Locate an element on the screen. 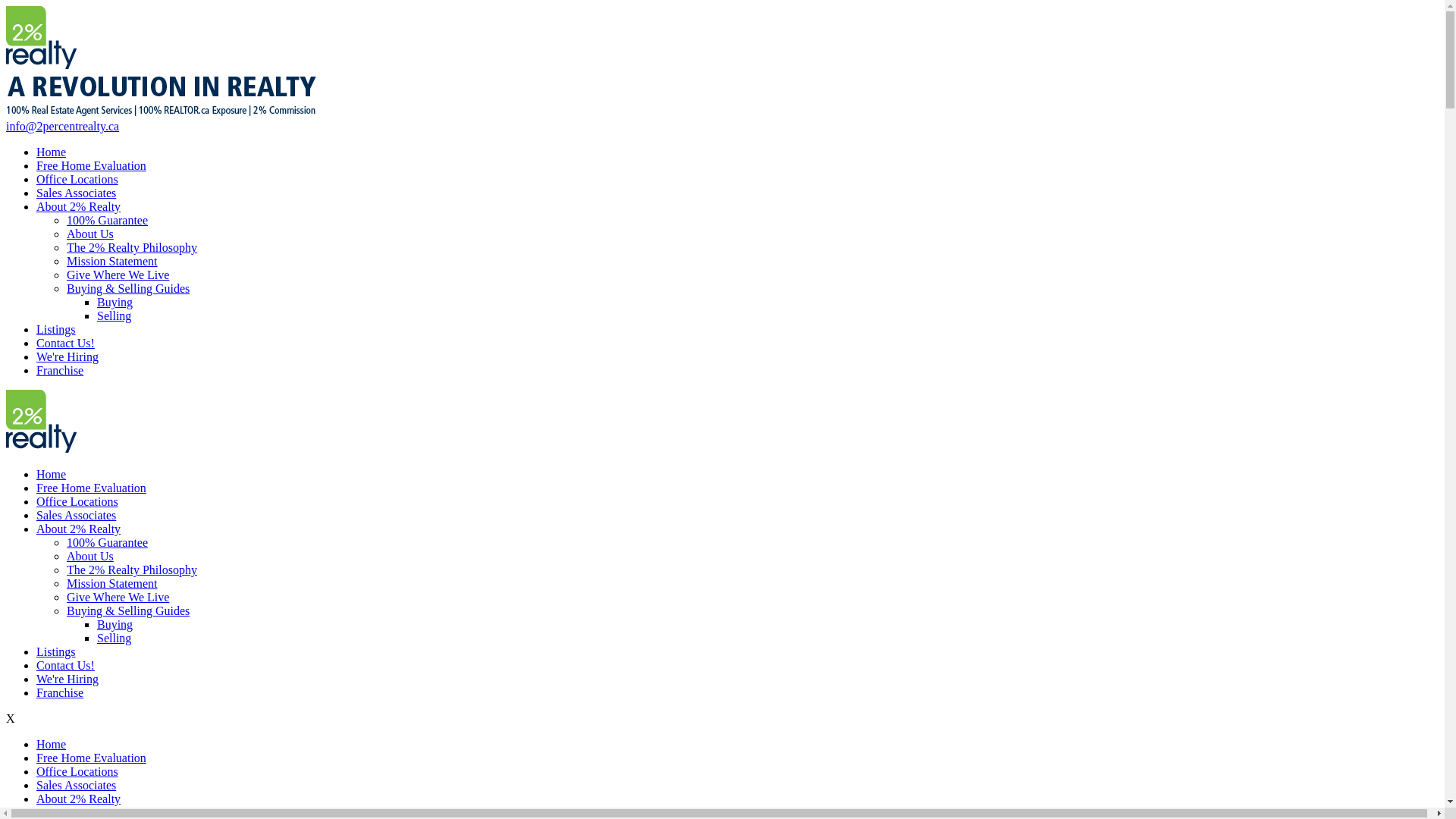  'Selling' is located at coordinates (113, 315).